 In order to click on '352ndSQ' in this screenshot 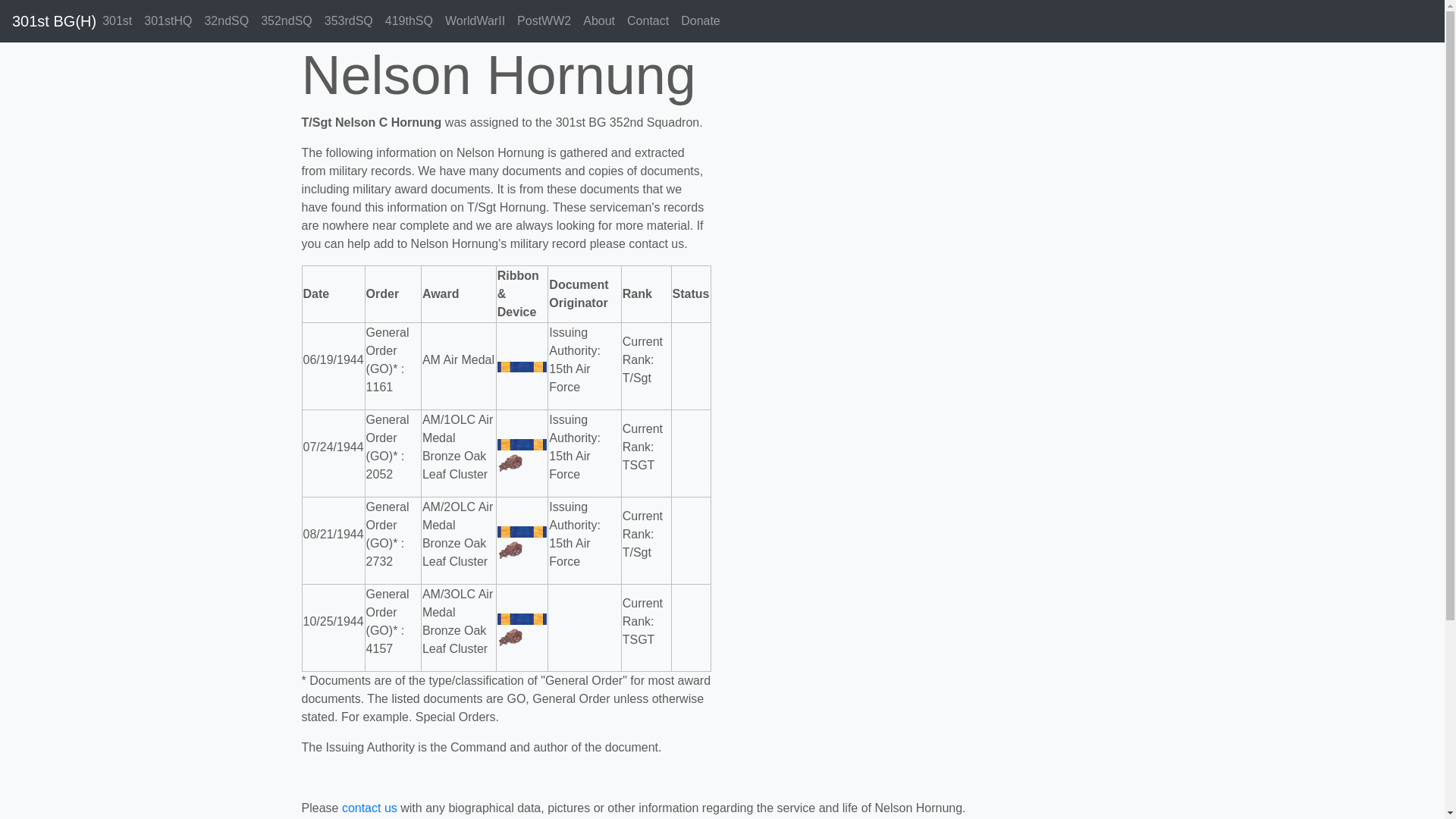, I will do `click(287, 20)`.